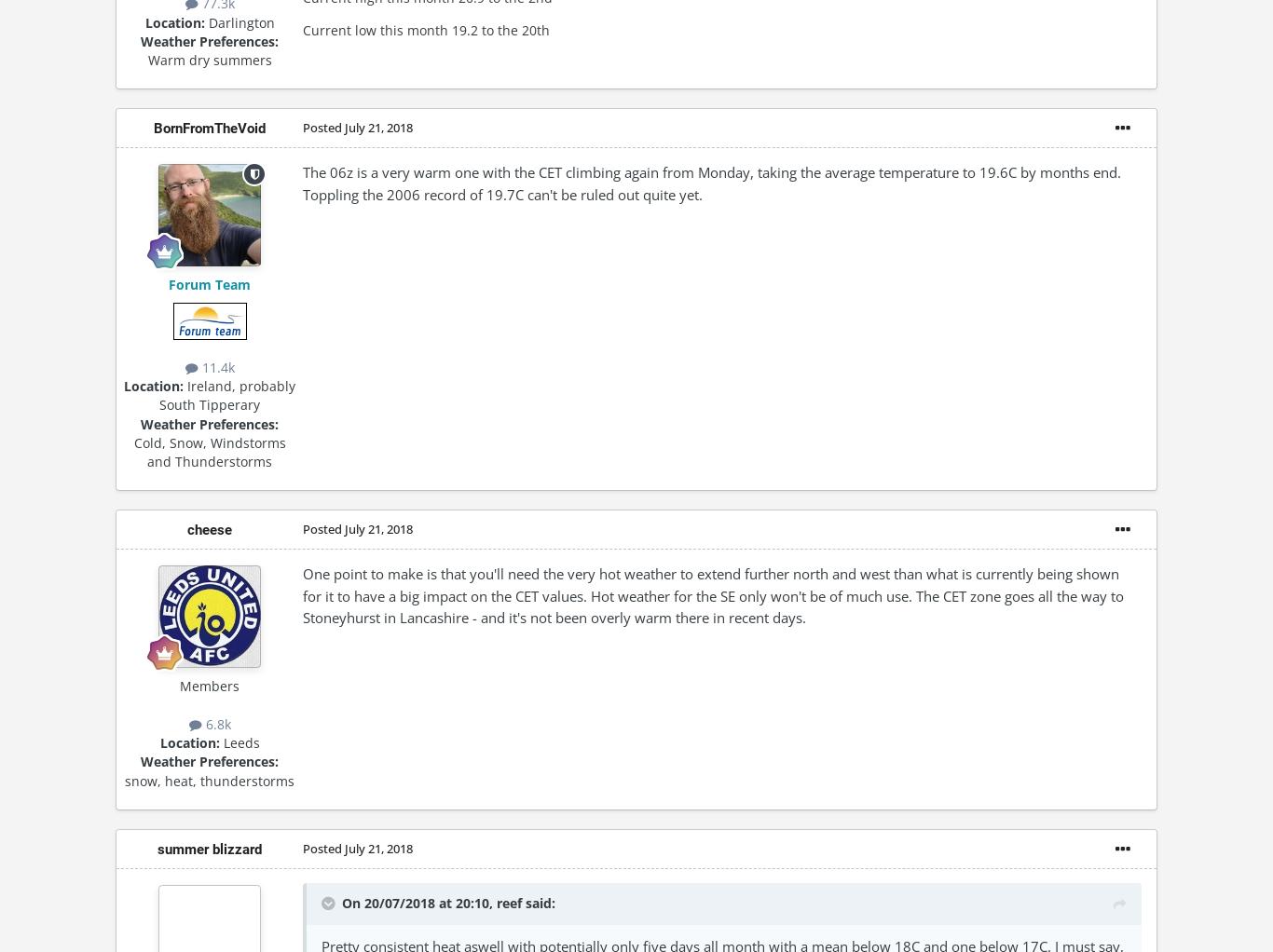  What do you see at coordinates (537, 901) in the screenshot?
I see `'said:'` at bounding box center [537, 901].